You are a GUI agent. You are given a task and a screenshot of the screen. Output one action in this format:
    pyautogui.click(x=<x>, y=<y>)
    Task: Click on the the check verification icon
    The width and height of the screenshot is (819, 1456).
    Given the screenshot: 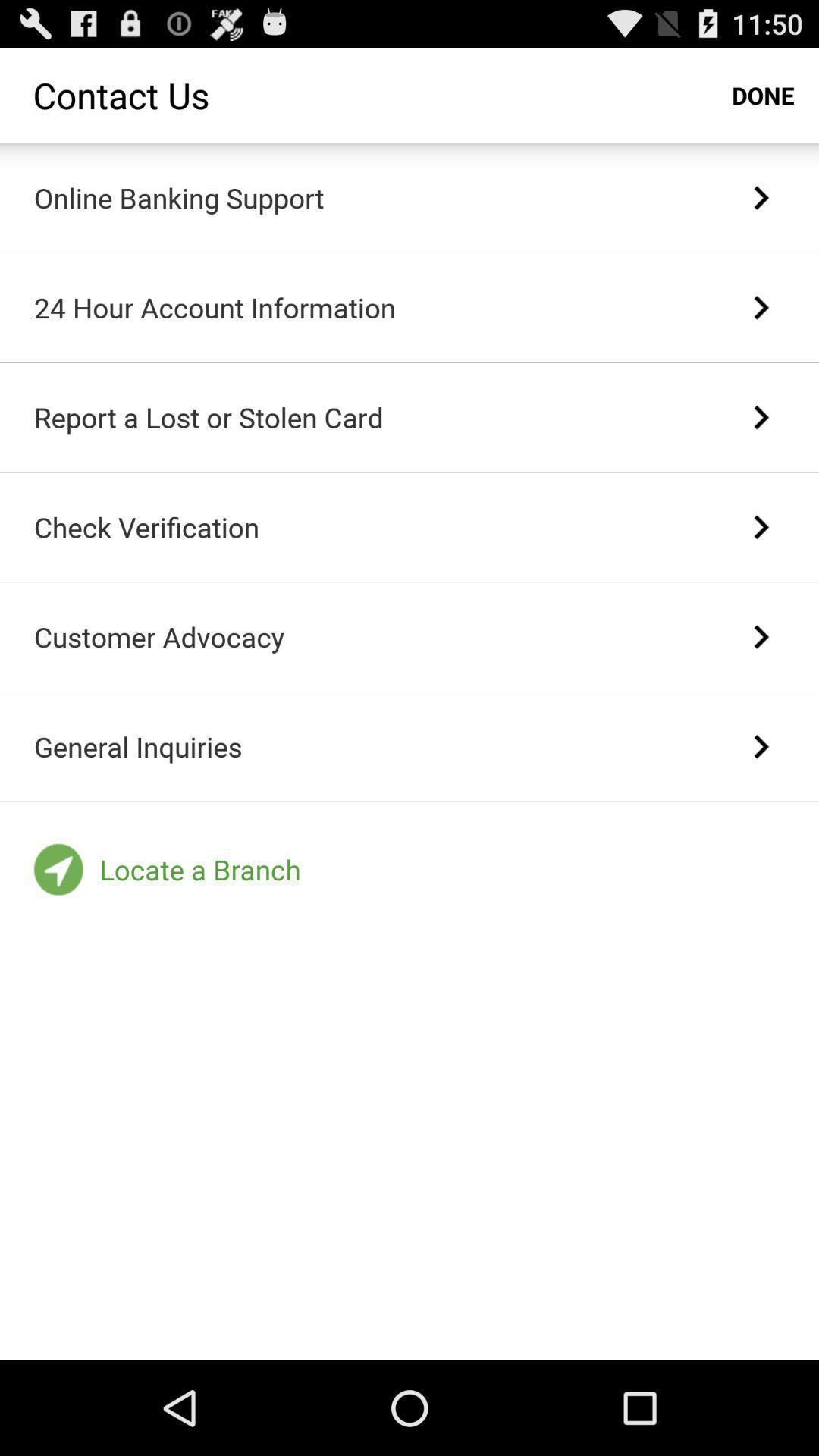 What is the action you would take?
    pyautogui.click(x=146, y=527)
    